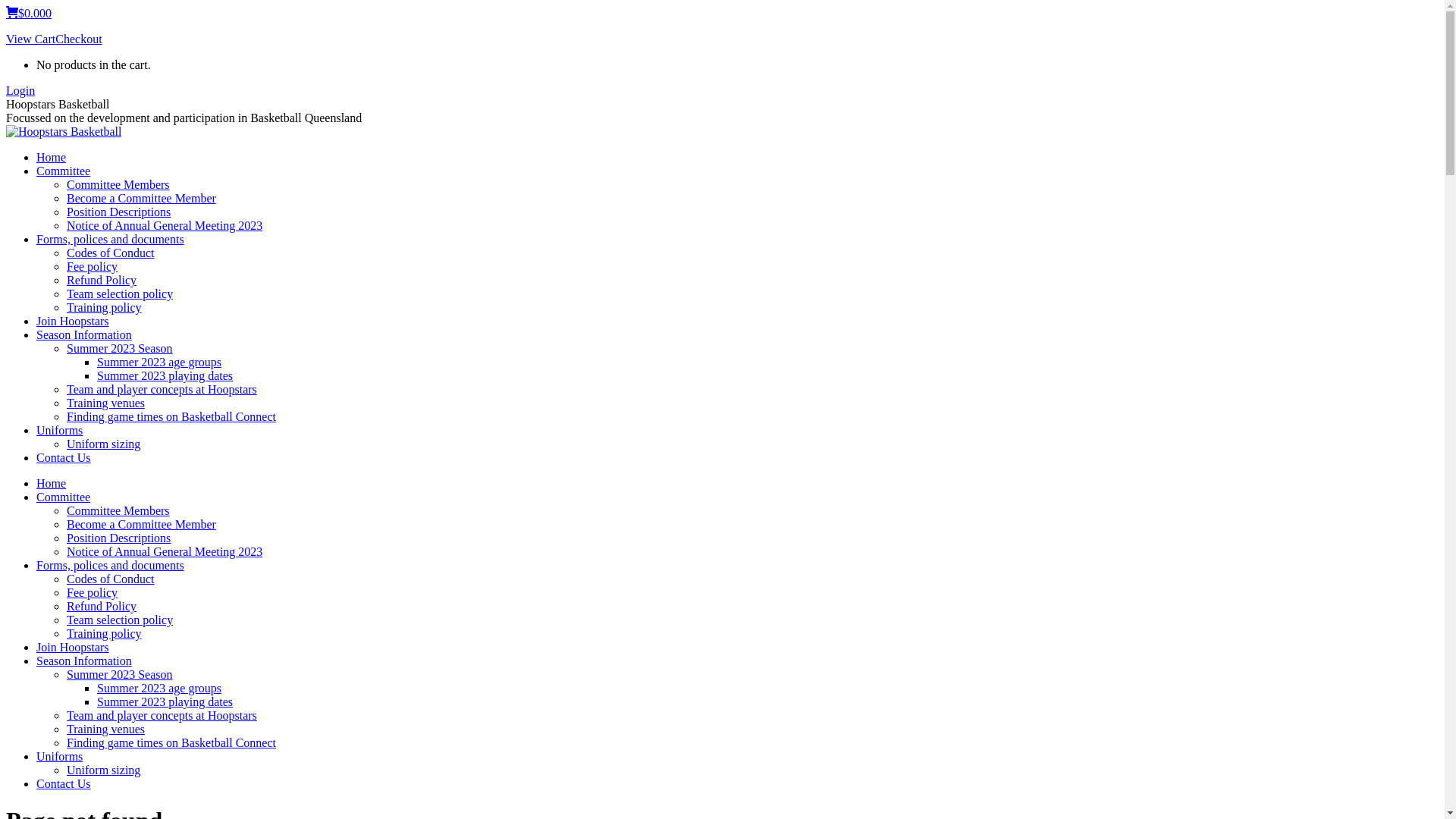  Describe the element at coordinates (62, 171) in the screenshot. I see `'Committee'` at that location.